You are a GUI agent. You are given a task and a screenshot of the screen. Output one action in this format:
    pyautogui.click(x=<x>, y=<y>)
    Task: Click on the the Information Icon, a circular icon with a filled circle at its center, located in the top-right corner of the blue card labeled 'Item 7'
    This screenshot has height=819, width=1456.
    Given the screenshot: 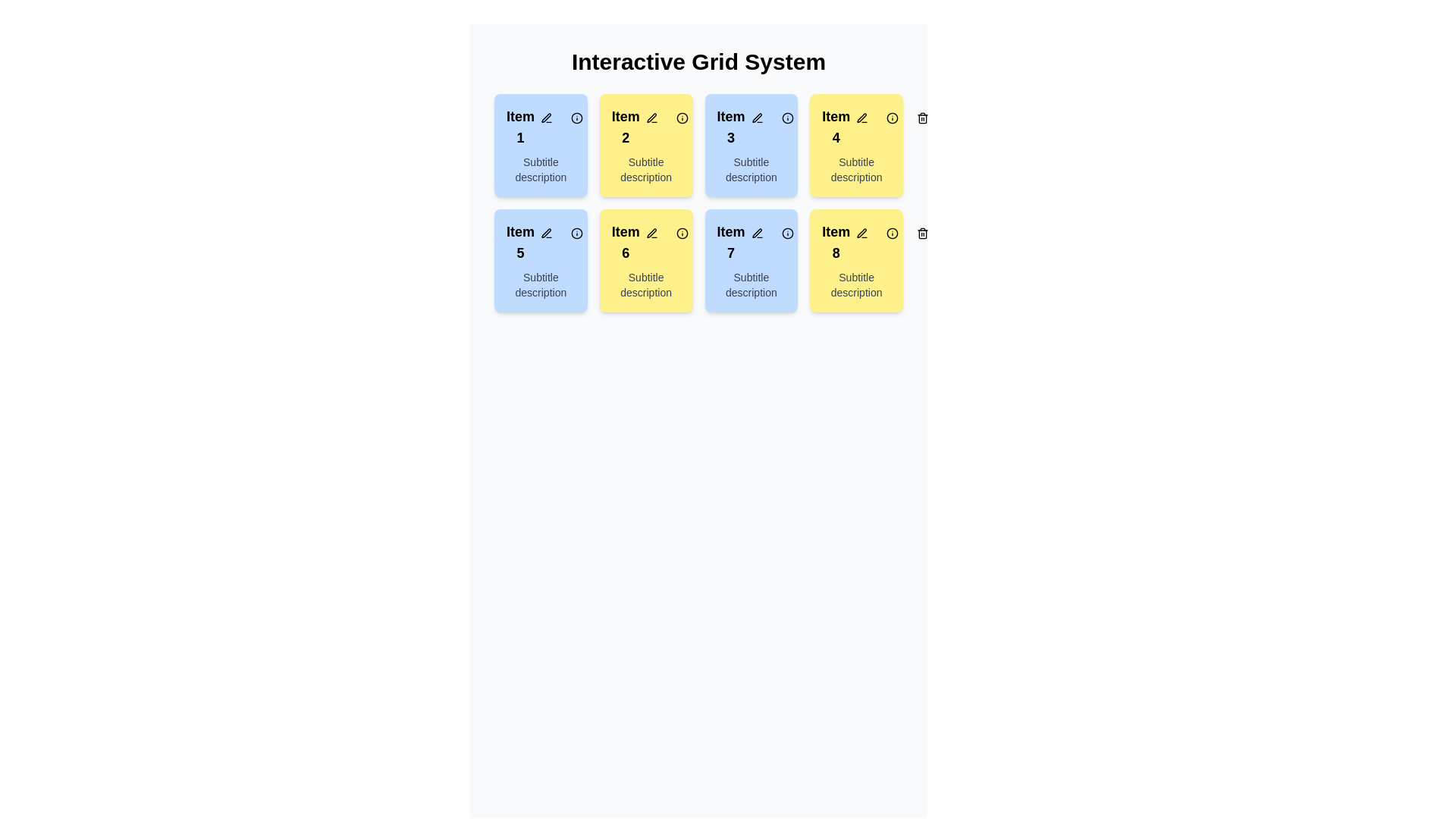 What is the action you would take?
    pyautogui.click(x=787, y=234)
    